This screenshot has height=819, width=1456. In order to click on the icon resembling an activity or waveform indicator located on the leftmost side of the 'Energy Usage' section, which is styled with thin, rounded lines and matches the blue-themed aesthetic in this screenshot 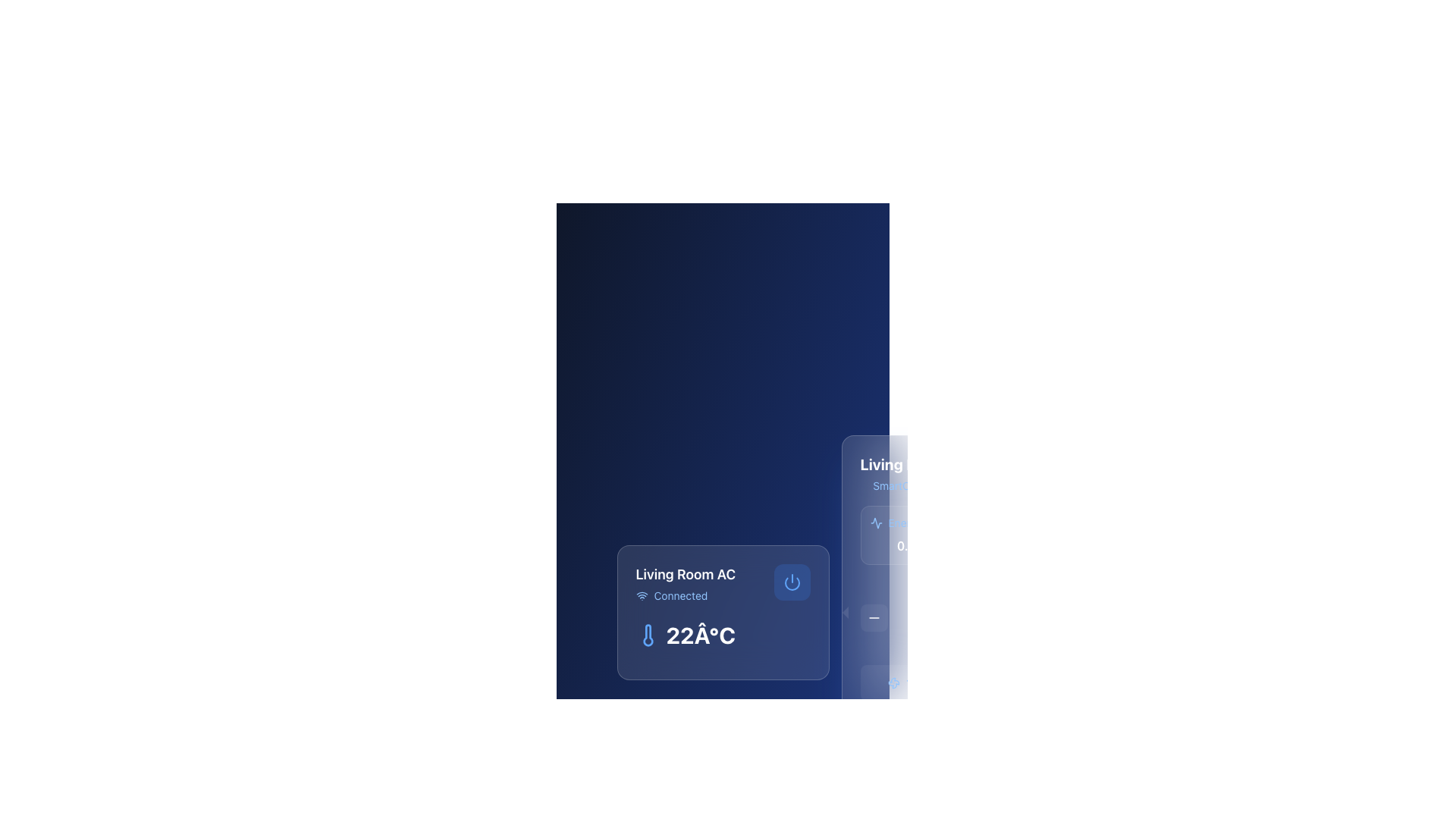, I will do `click(876, 522)`.